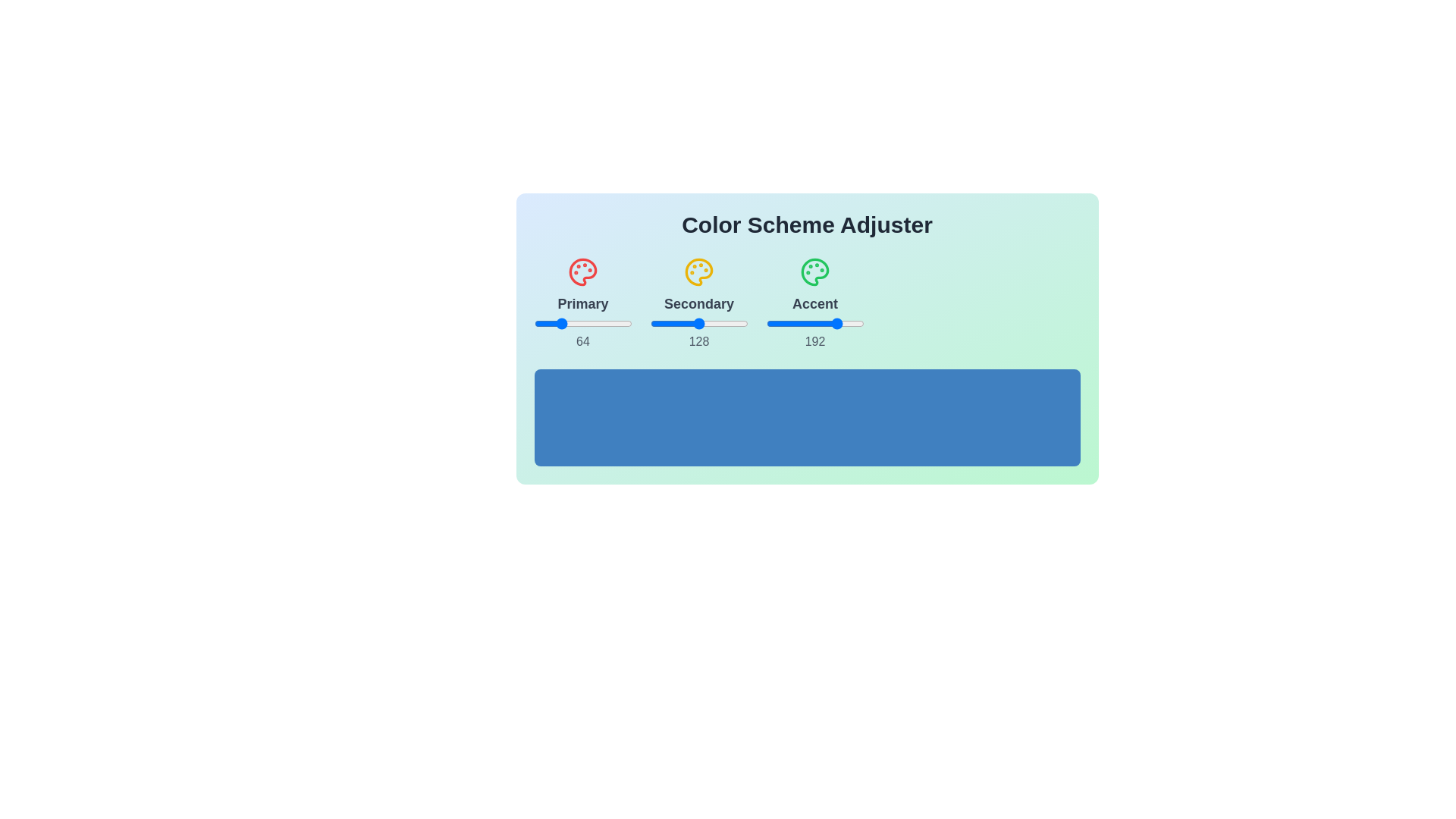 The height and width of the screenshot is (819, 1456). Describe the element at coordinates (598, 323) in the screenshot. I see `the 0 slider to 42` at that location.